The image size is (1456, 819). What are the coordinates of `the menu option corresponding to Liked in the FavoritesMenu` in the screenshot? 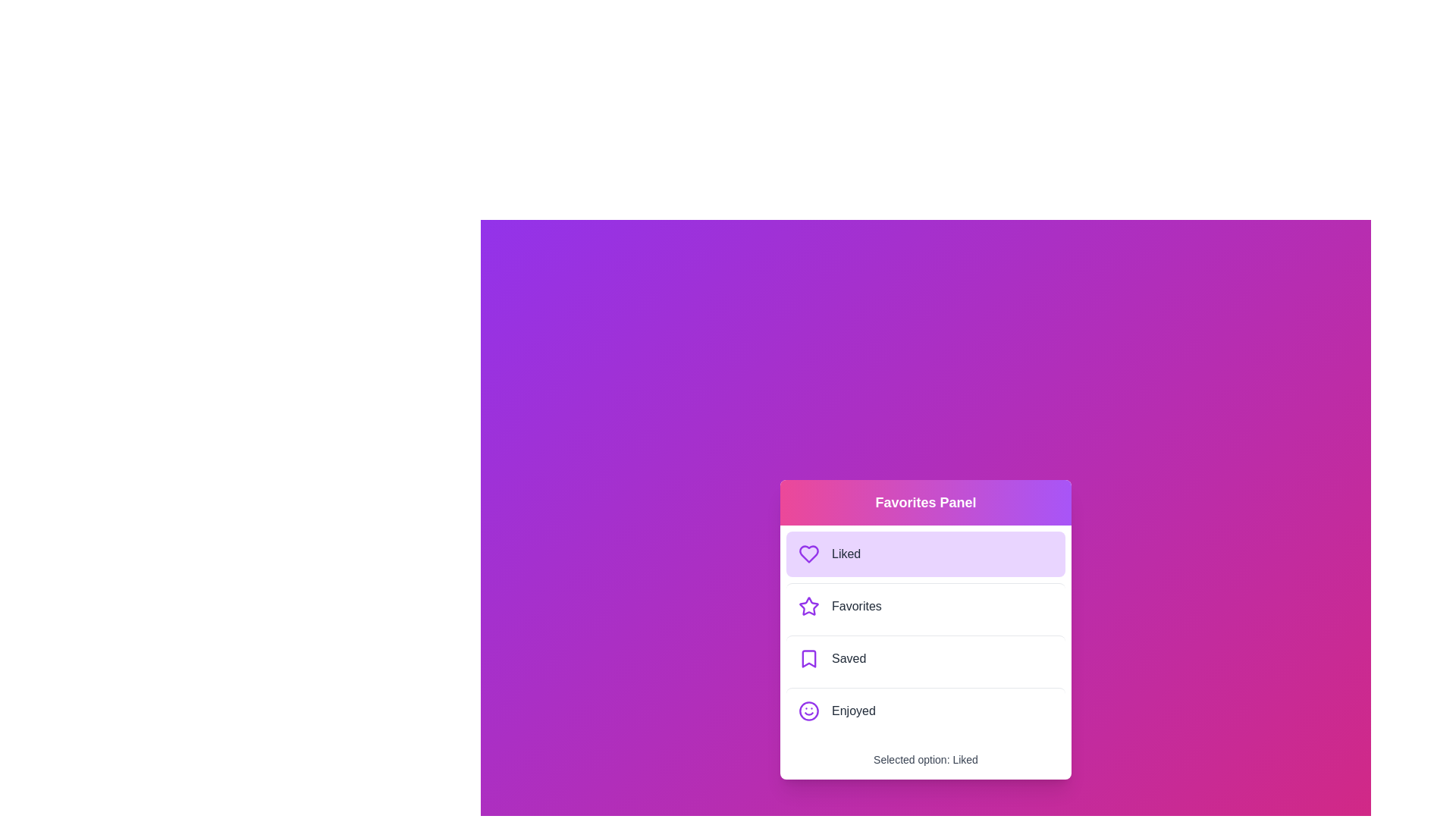 It's located at (924, 554).